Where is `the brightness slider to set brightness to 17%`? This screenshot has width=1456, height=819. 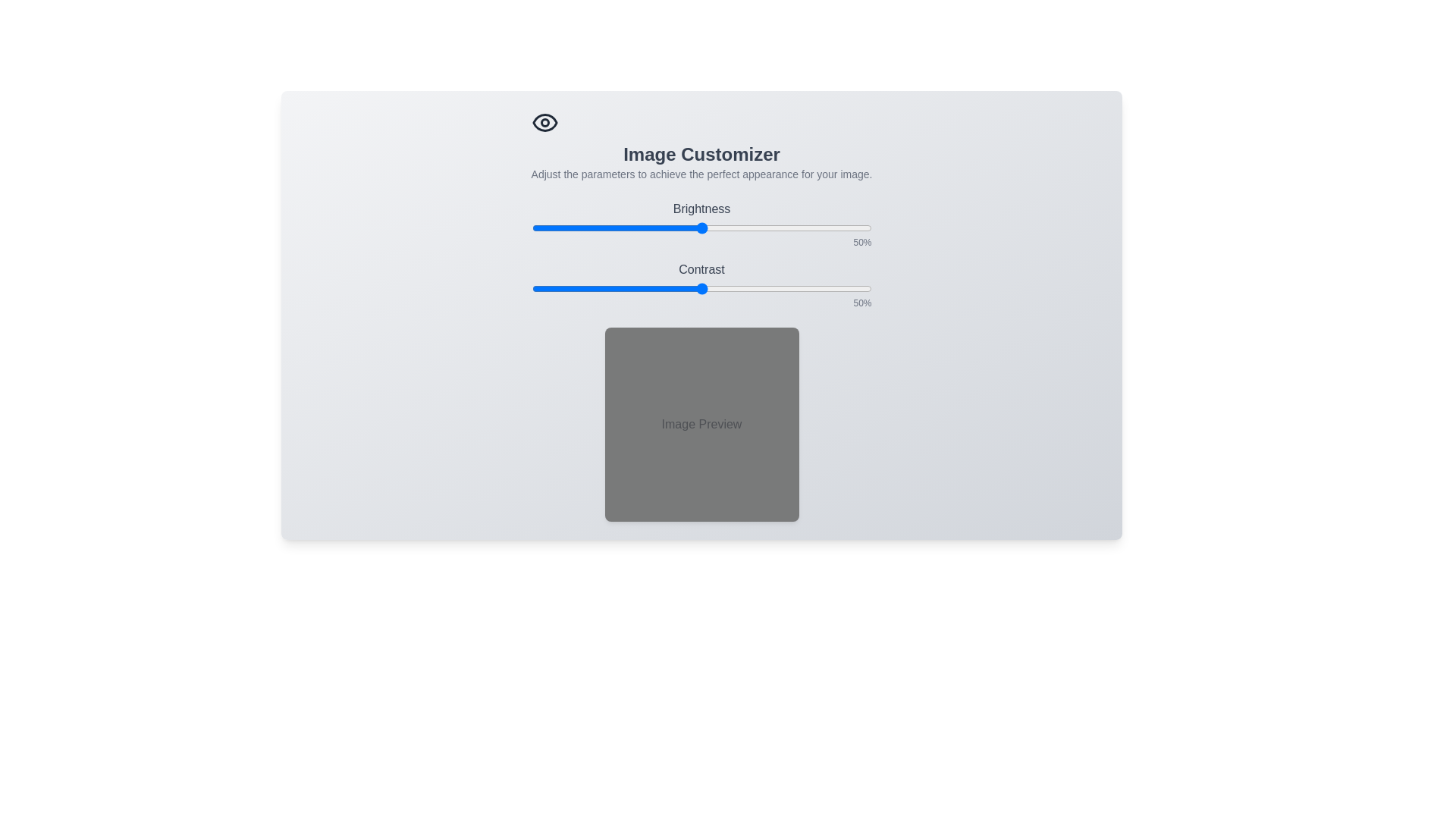
the brightness slider to set brightness to 17% is located at coordinates (588, 227).